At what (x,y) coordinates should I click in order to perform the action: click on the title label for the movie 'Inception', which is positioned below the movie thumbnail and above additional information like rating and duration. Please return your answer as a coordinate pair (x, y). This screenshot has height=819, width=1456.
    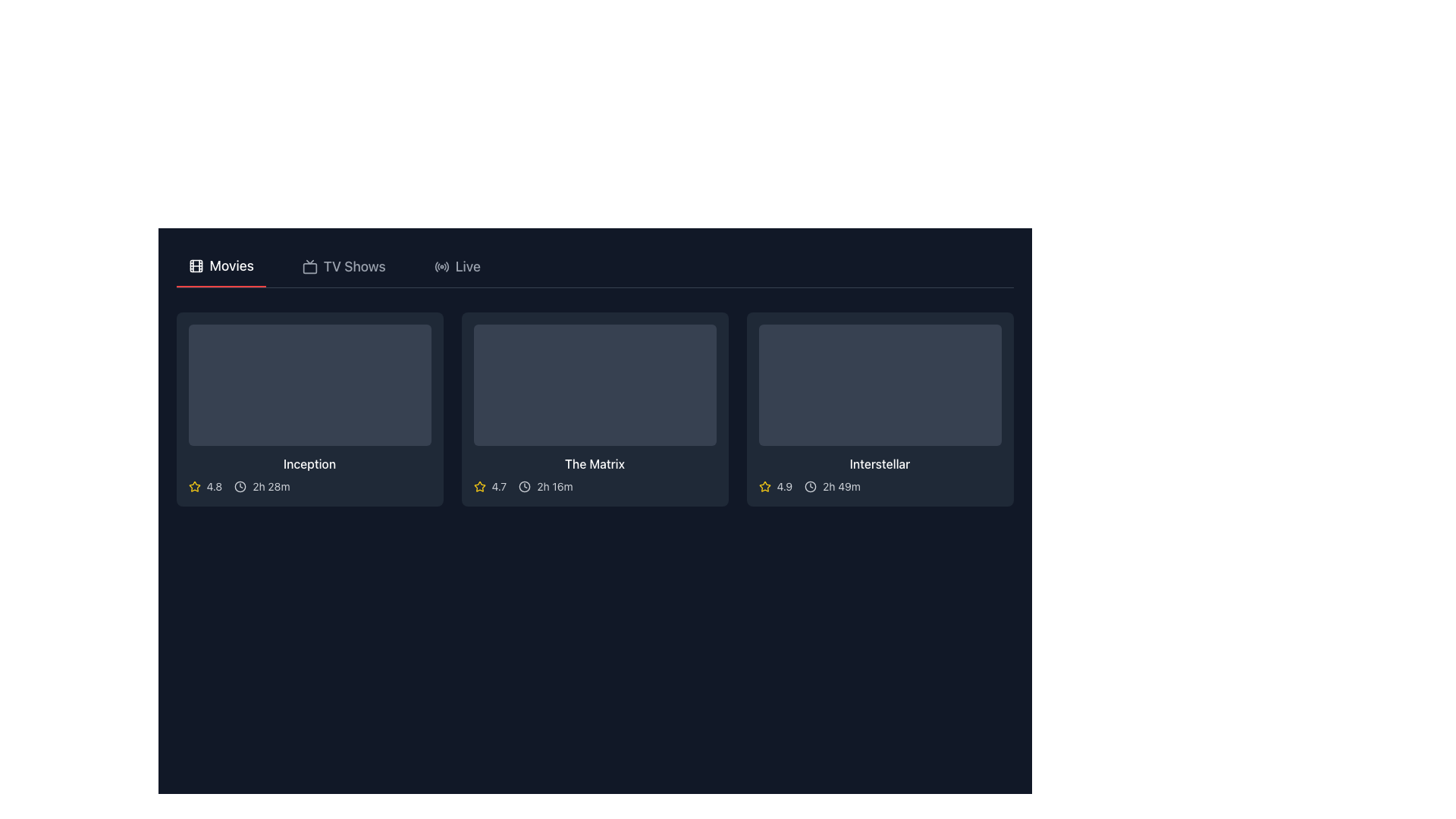
    Looking at the image, I should click on (309, 463).